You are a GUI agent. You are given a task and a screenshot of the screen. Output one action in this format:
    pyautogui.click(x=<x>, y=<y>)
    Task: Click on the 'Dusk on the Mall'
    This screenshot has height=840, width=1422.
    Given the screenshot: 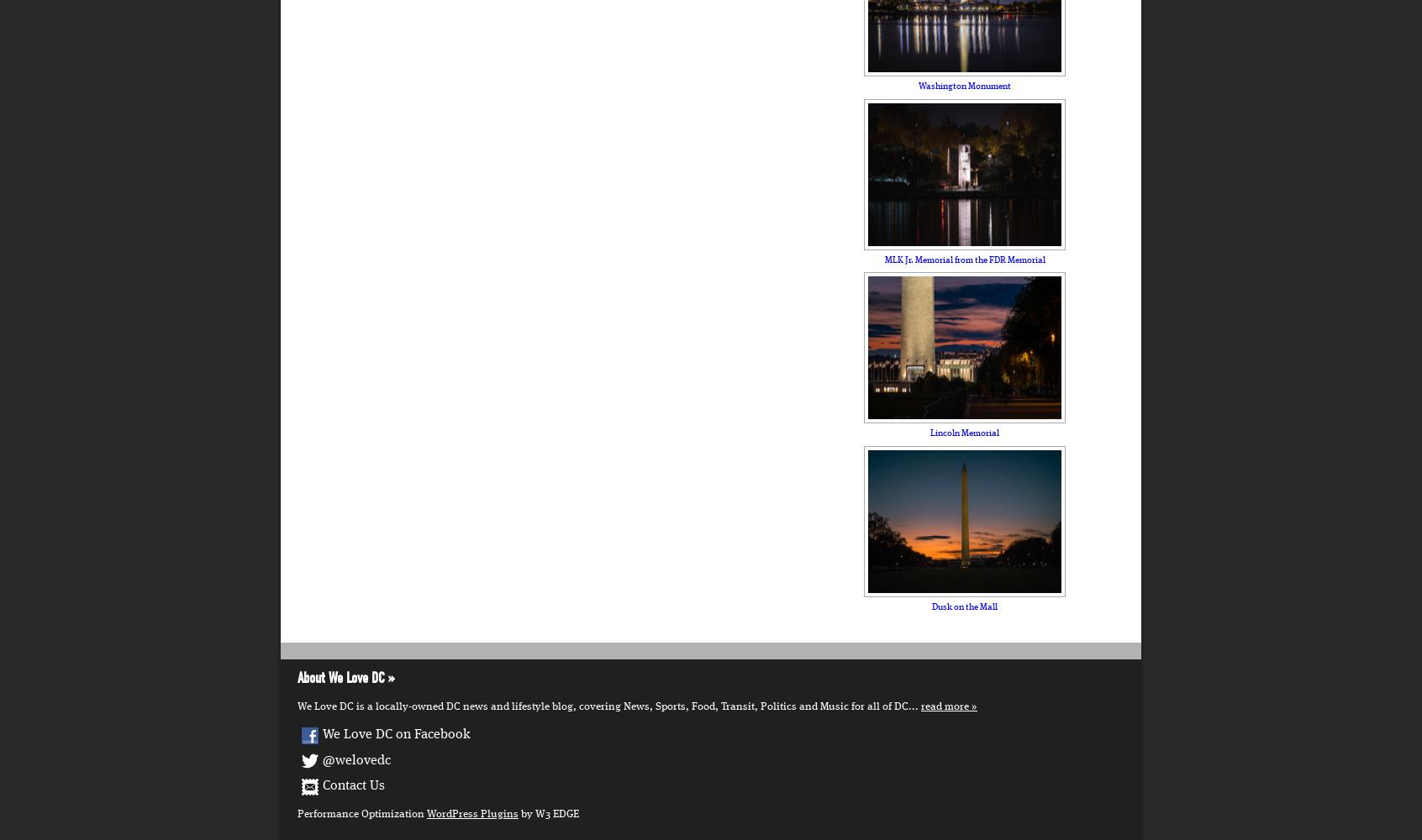 What is the action you would take?
    pyautogui.click(x=964, y=606)
    